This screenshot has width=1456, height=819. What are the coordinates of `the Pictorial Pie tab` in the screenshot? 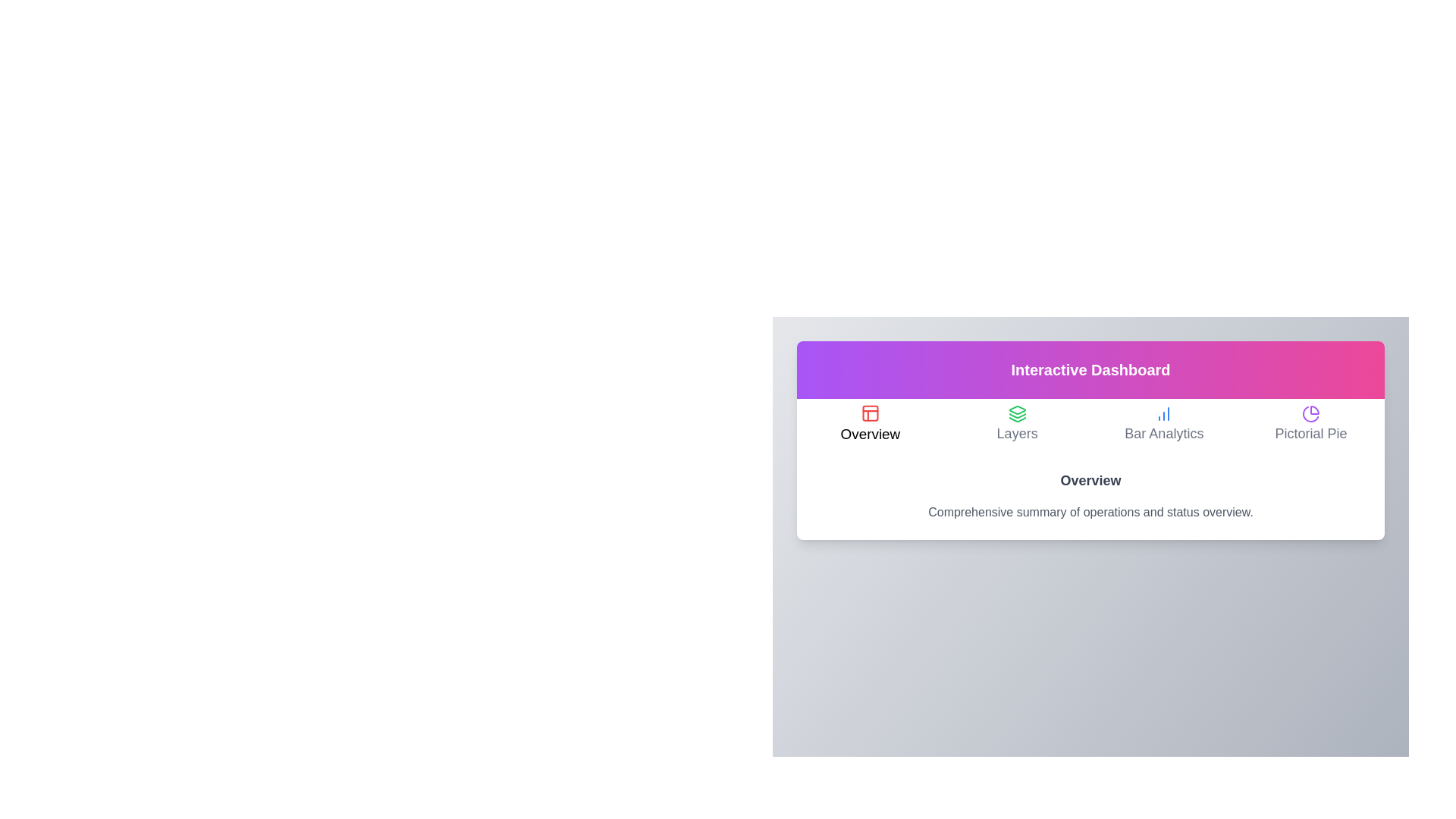 It's located at (1310, 425).